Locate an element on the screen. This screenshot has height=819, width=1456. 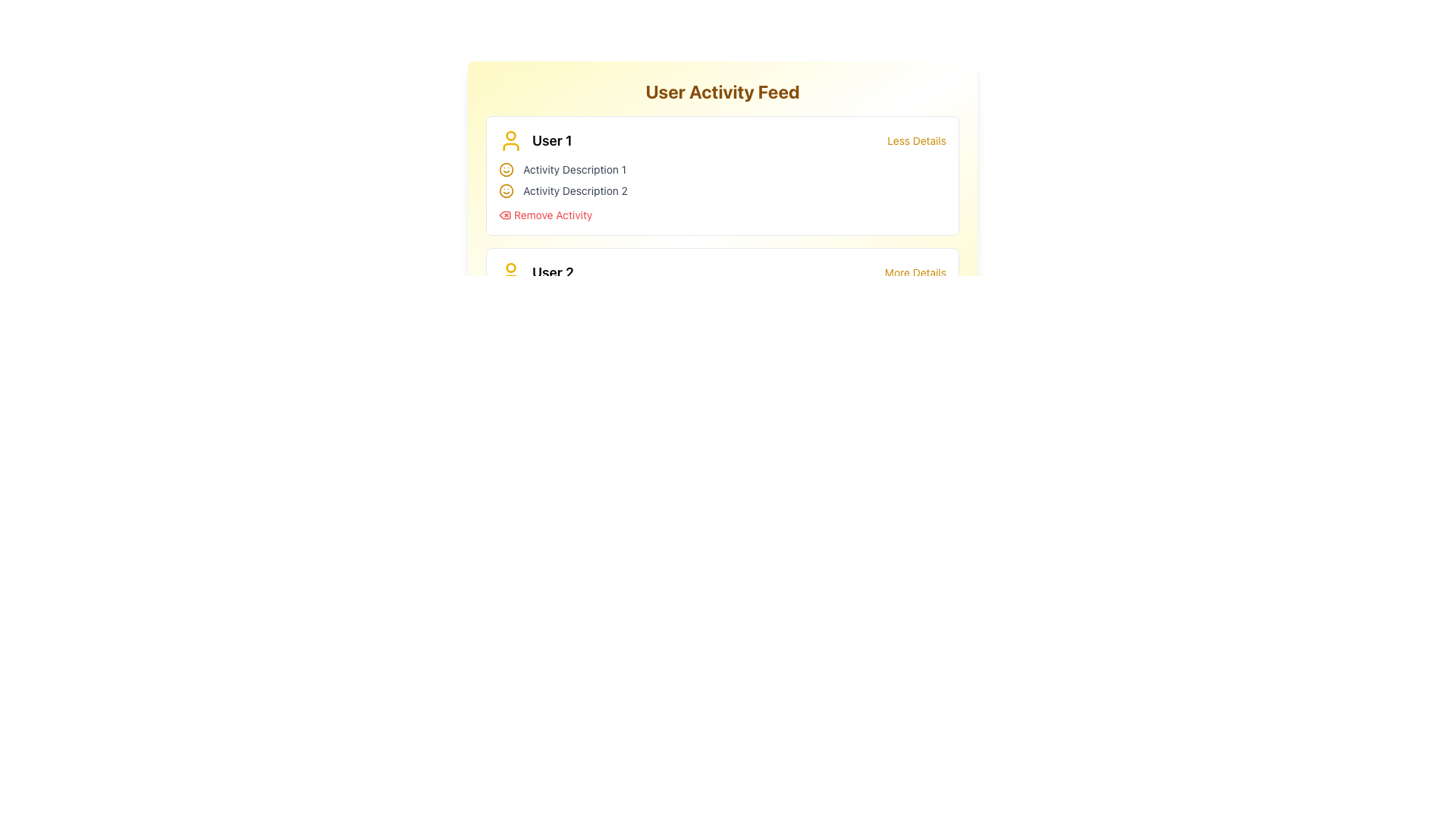
the 'Remove Activity' button, which is styled in red text with a trash bin icon, to provide interactive feedback is located at coordinates (545, 215).